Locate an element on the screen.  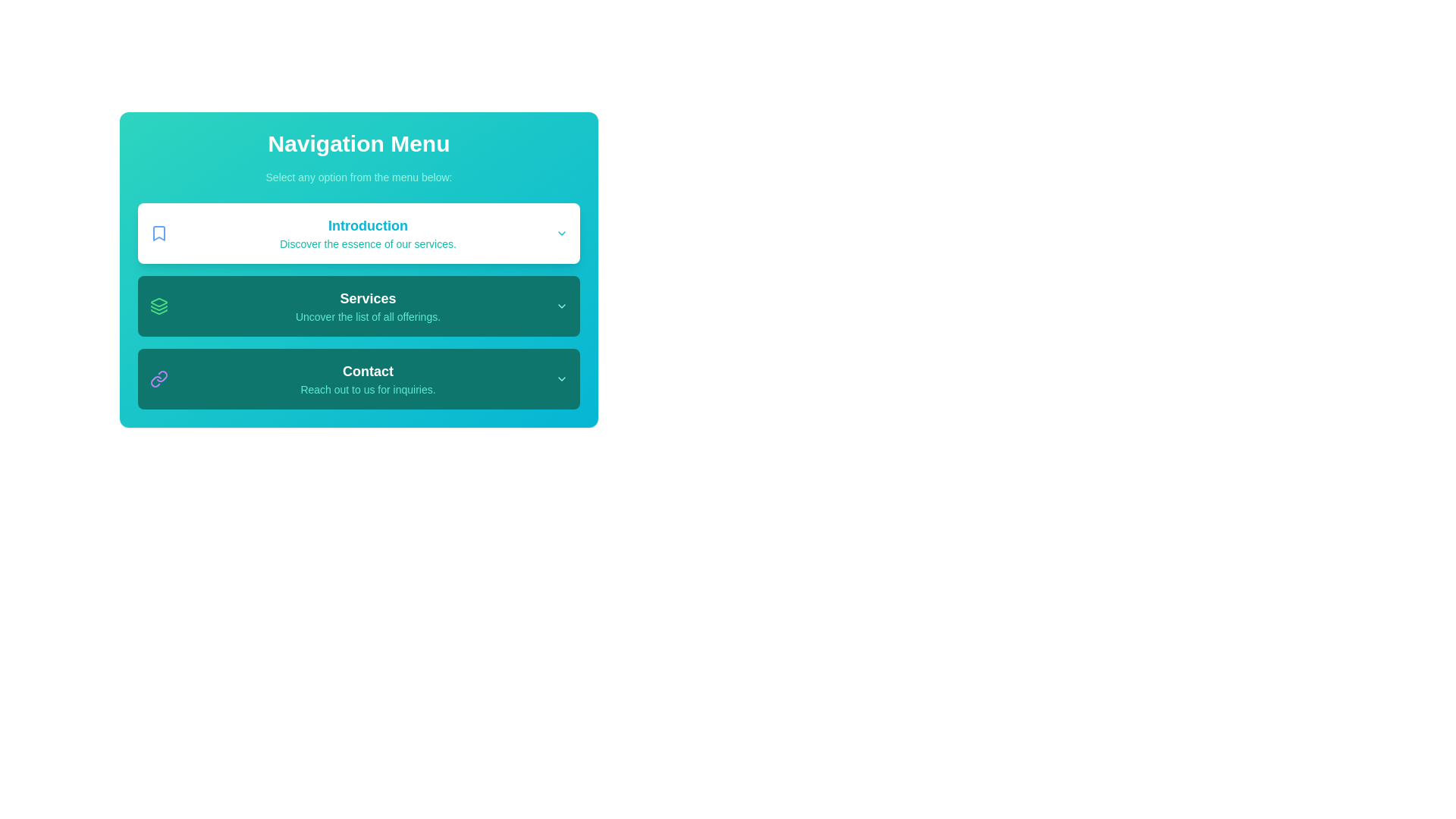
the static informational text that provides guidance to the user, indicating they should choose an option from the menu listed below, situated below the heading 'Navigation Menu' and above a list of interactive options is located at coordinates (358, 177).